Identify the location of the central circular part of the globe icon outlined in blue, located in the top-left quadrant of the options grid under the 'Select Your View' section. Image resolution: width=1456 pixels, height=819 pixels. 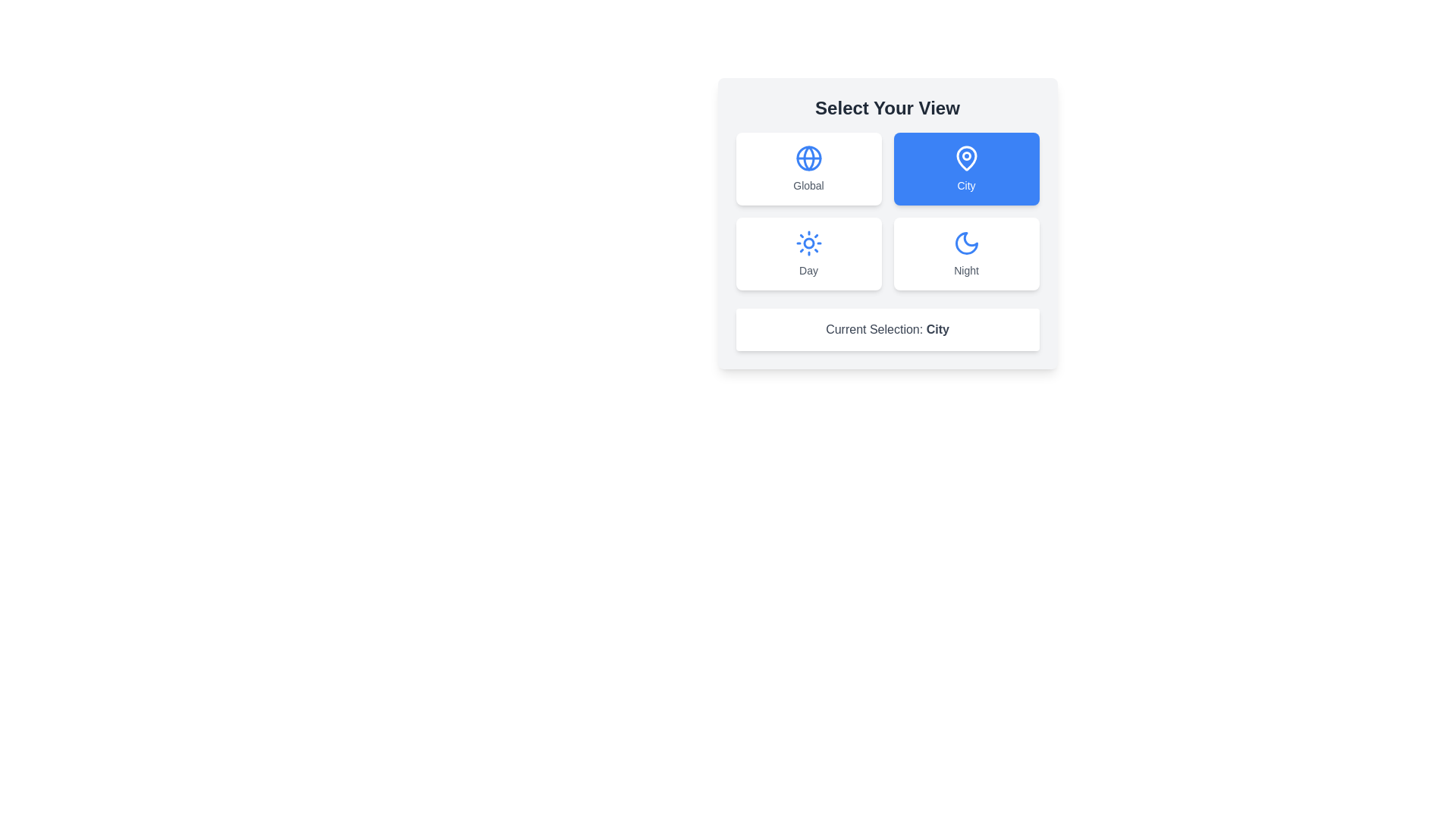
(808, 158).